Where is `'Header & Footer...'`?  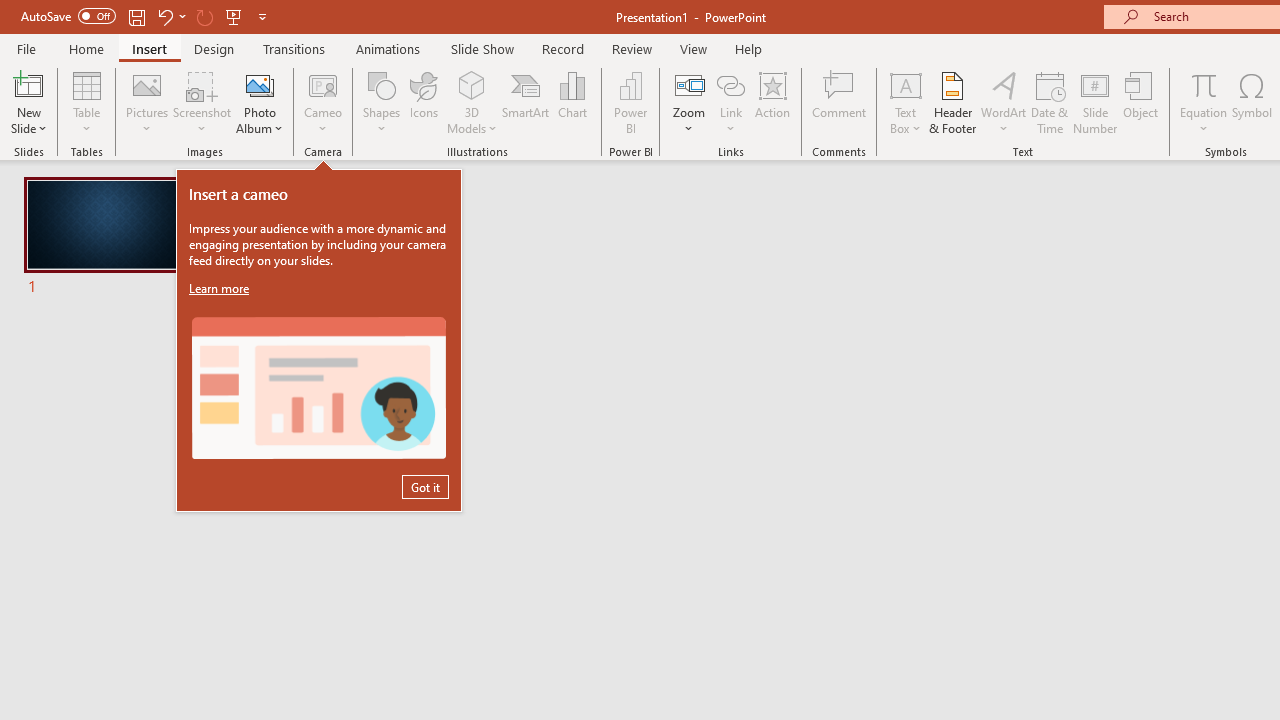
'Header & Footer...' is located at coordinates (951, 103).